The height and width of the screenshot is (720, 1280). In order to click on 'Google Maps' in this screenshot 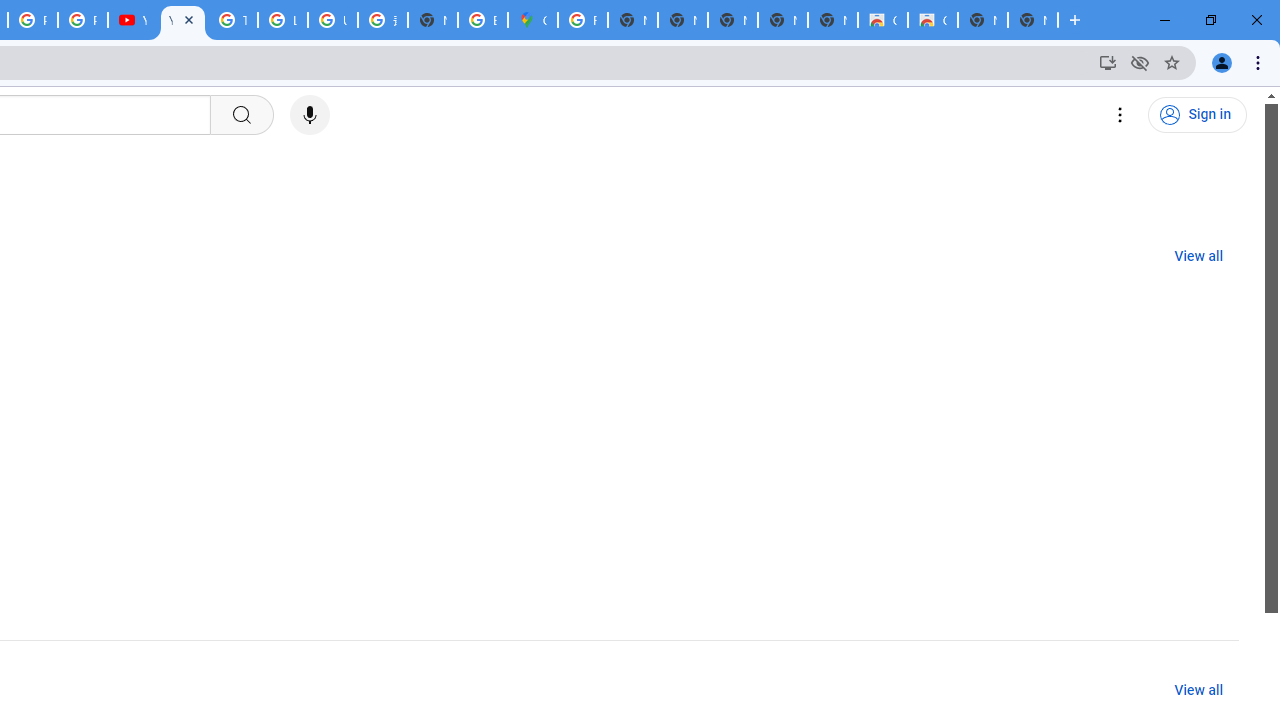, I will do `click(533, 20)`.